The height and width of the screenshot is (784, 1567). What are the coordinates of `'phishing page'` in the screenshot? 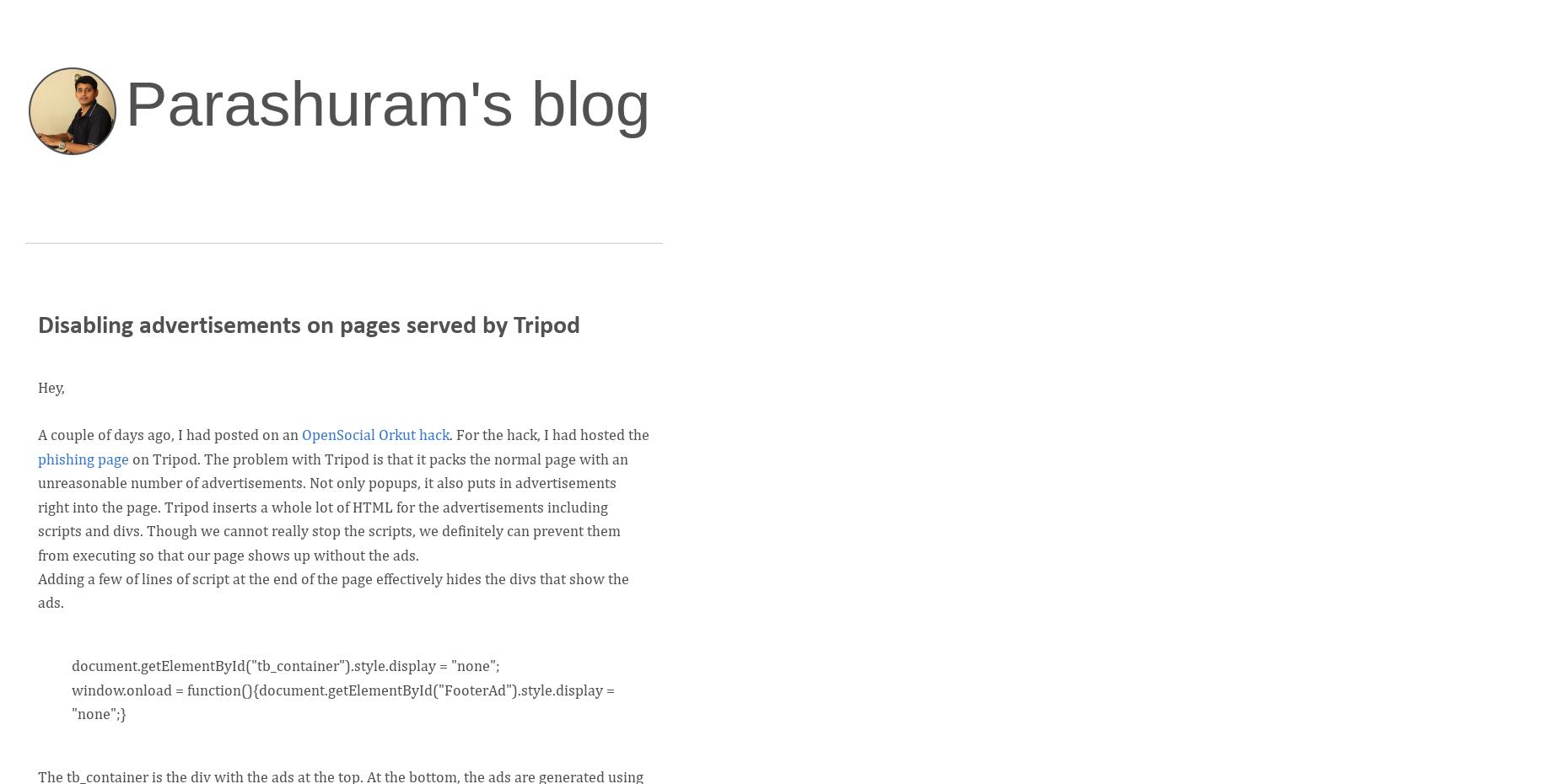 It's located at (36, 459).